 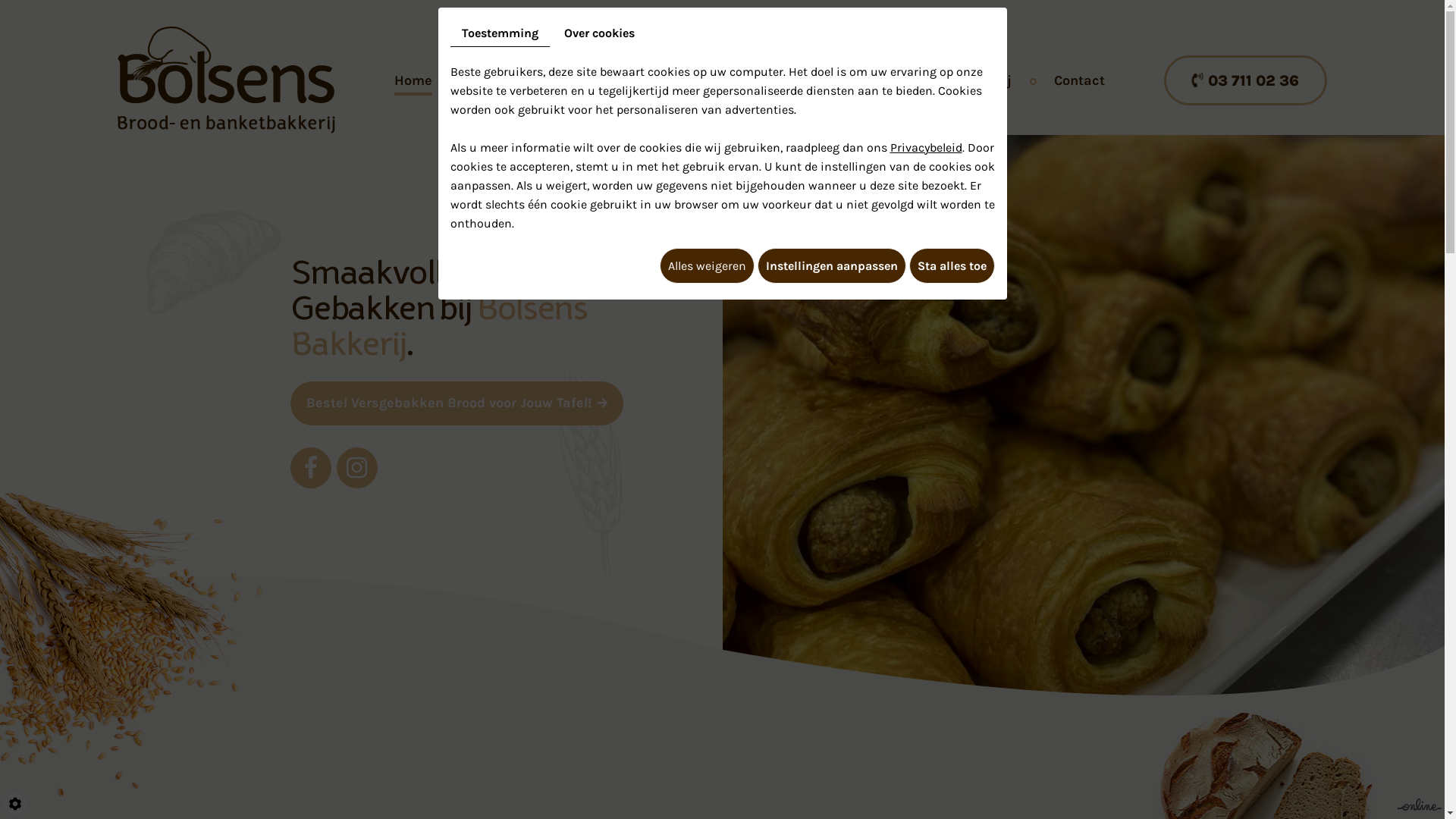 What do you see at coordinates (225, 78) in the screenshot?
I see `'Bakkerij Bolsens - Bakkerij'` at bounding box center [225, 78].